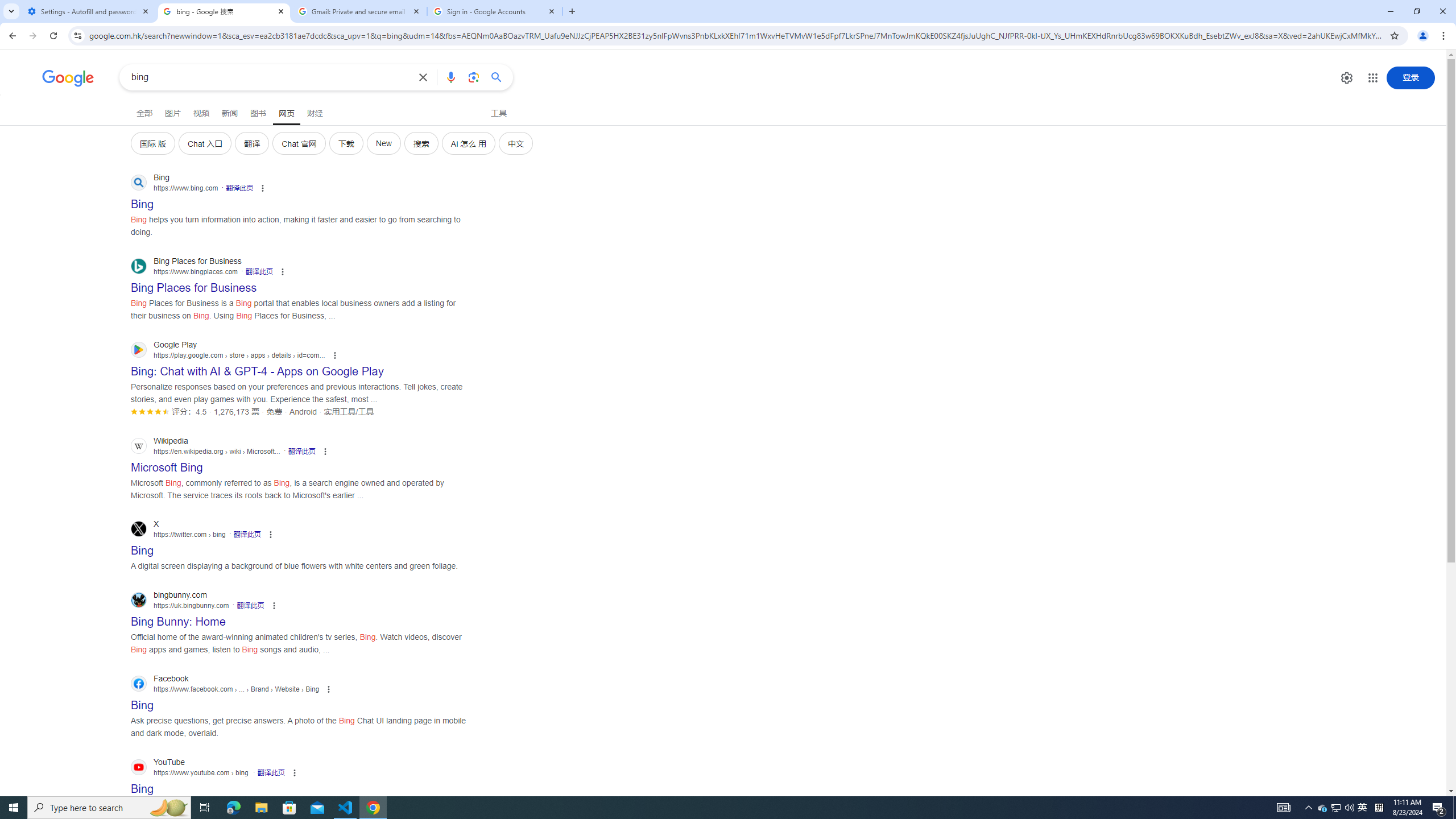 The image size is (1456, 819). What do you see at coordinates (494, 11) in the screenshot?
I see `'Sign in - Google Accounts'` at bounding box center [494, 11].